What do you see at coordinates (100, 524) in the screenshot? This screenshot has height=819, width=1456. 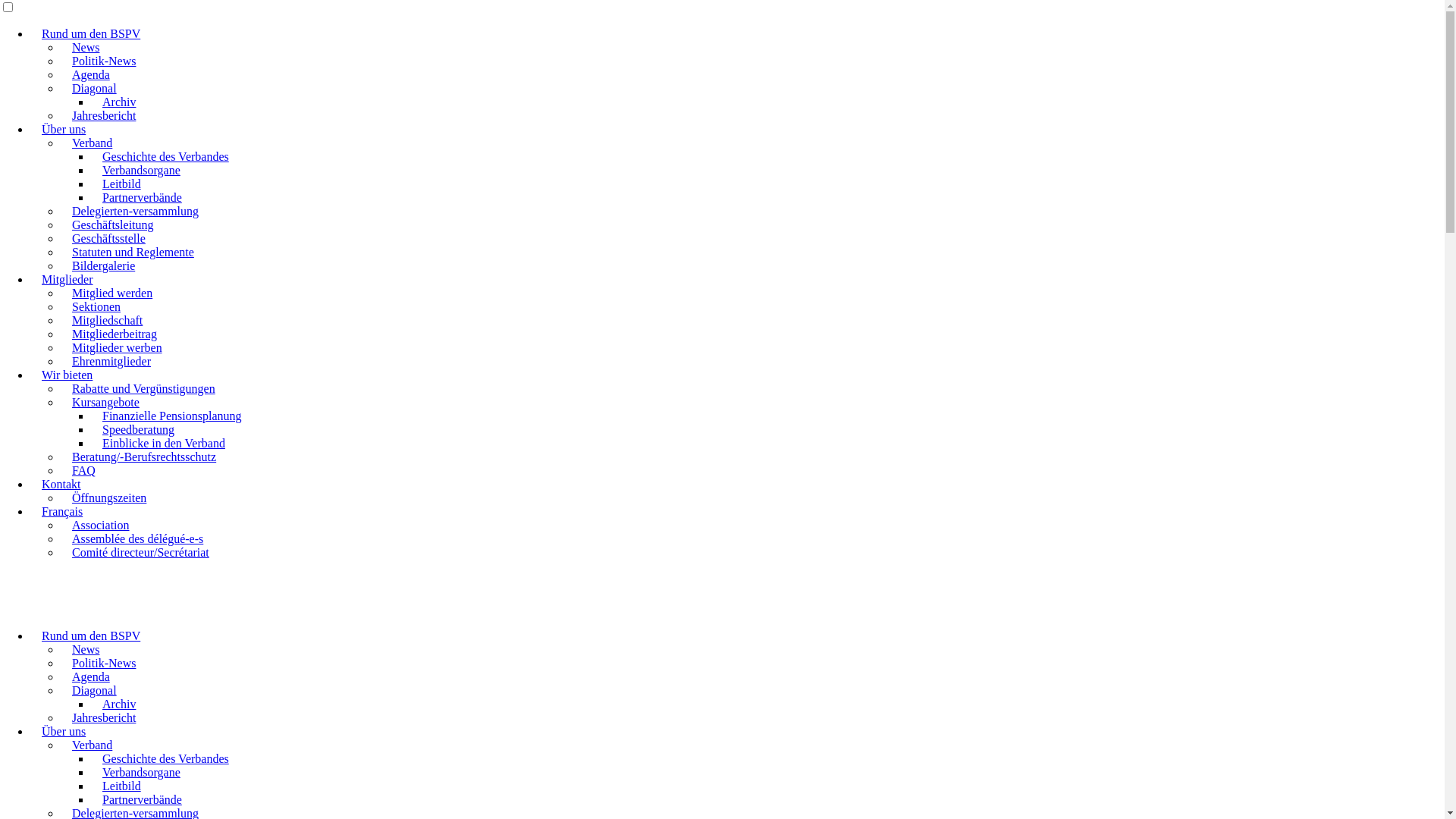 I see `'Association'` at bounding box center [100, 524].